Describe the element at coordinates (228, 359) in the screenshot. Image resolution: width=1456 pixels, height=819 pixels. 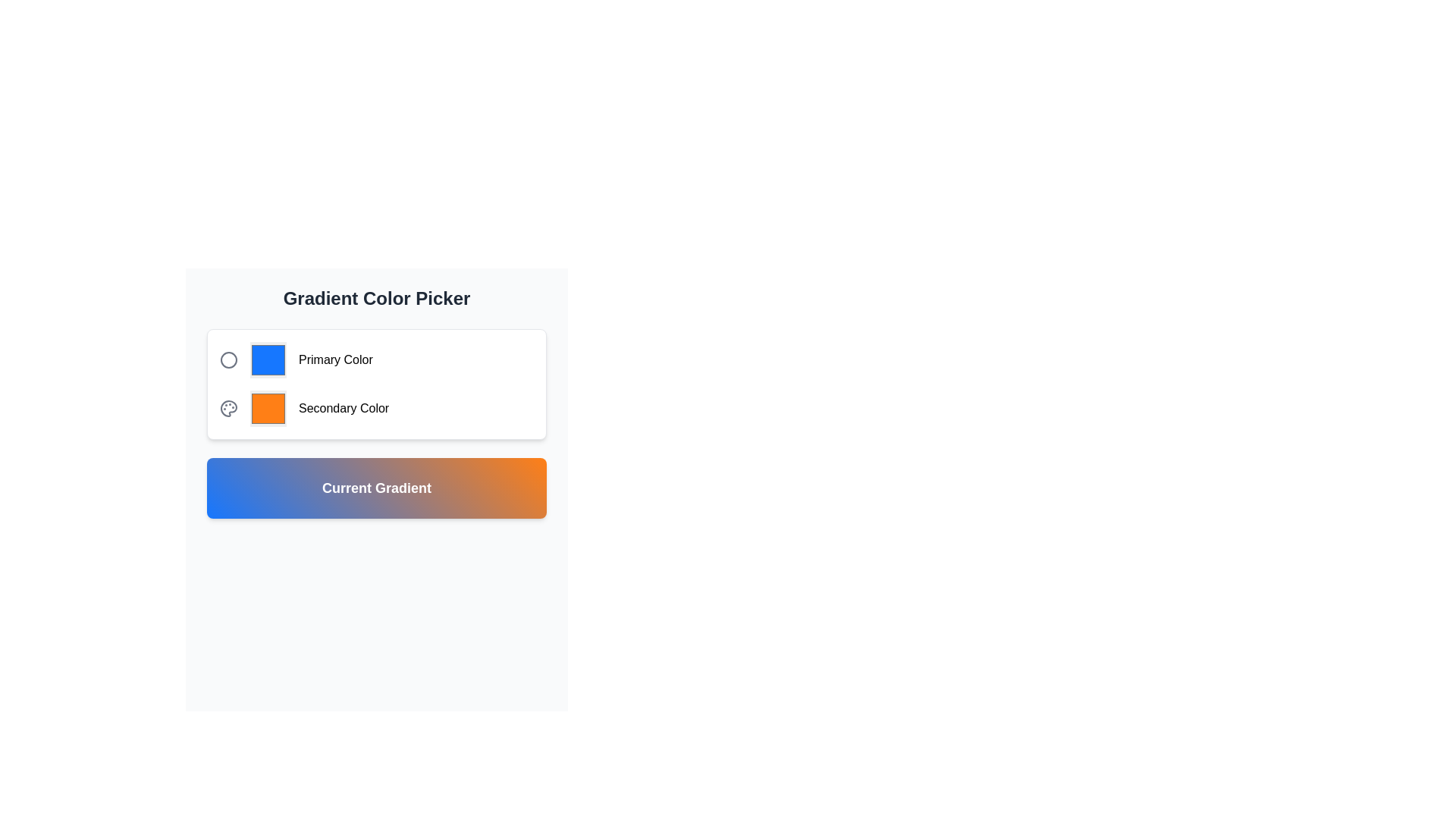
I see `the circular icon with a thin stroke and gray shade located in the upper-left corner of the 'Primary Color' row, adjacent to the blue color preview box` at that location.